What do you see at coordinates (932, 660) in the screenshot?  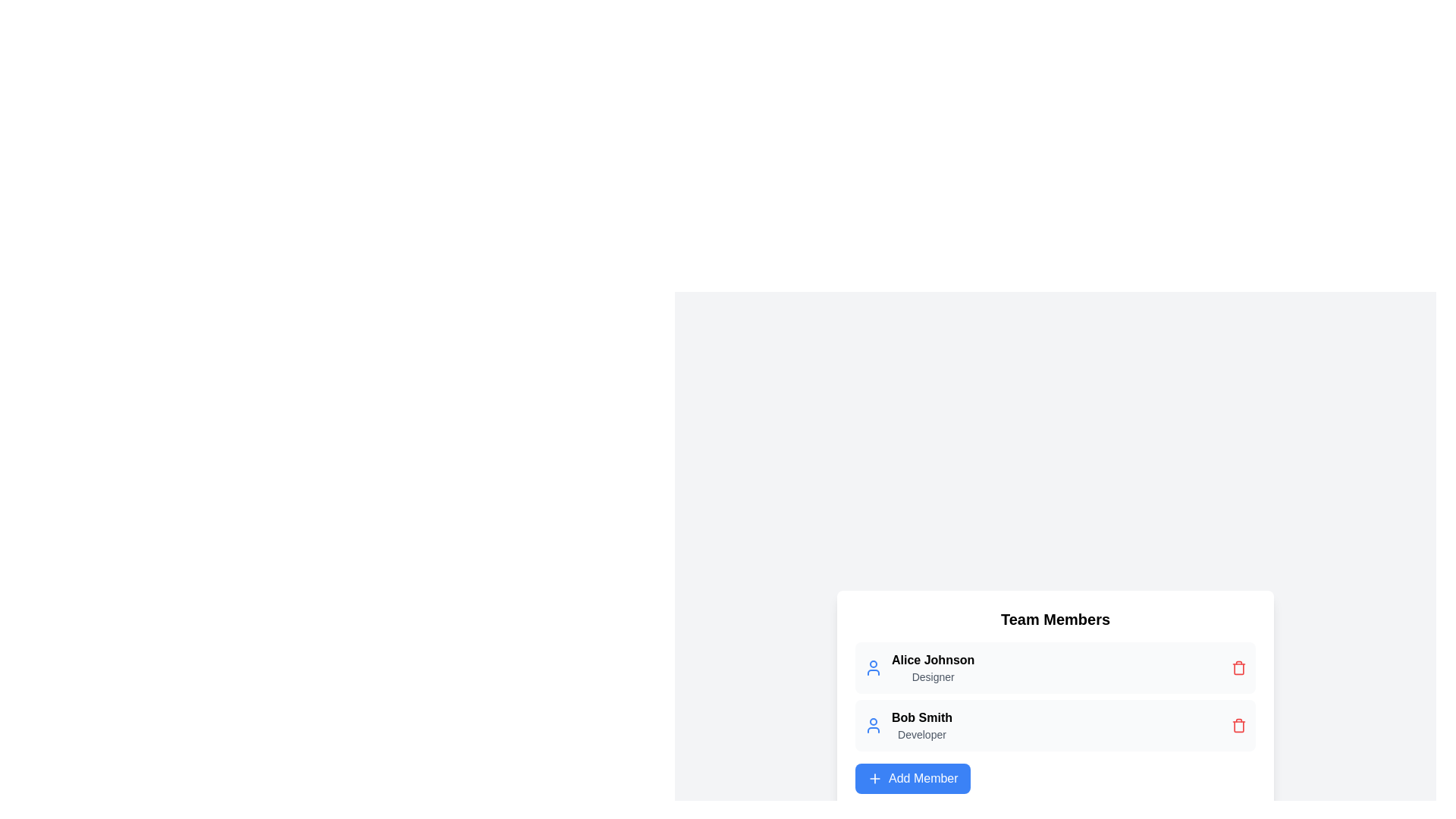 I see `the text label displaying 'Alice Johnson', which is styled in bold and located at the top of the member list under the 'Team Members' section` at bounding box center [932, 660].